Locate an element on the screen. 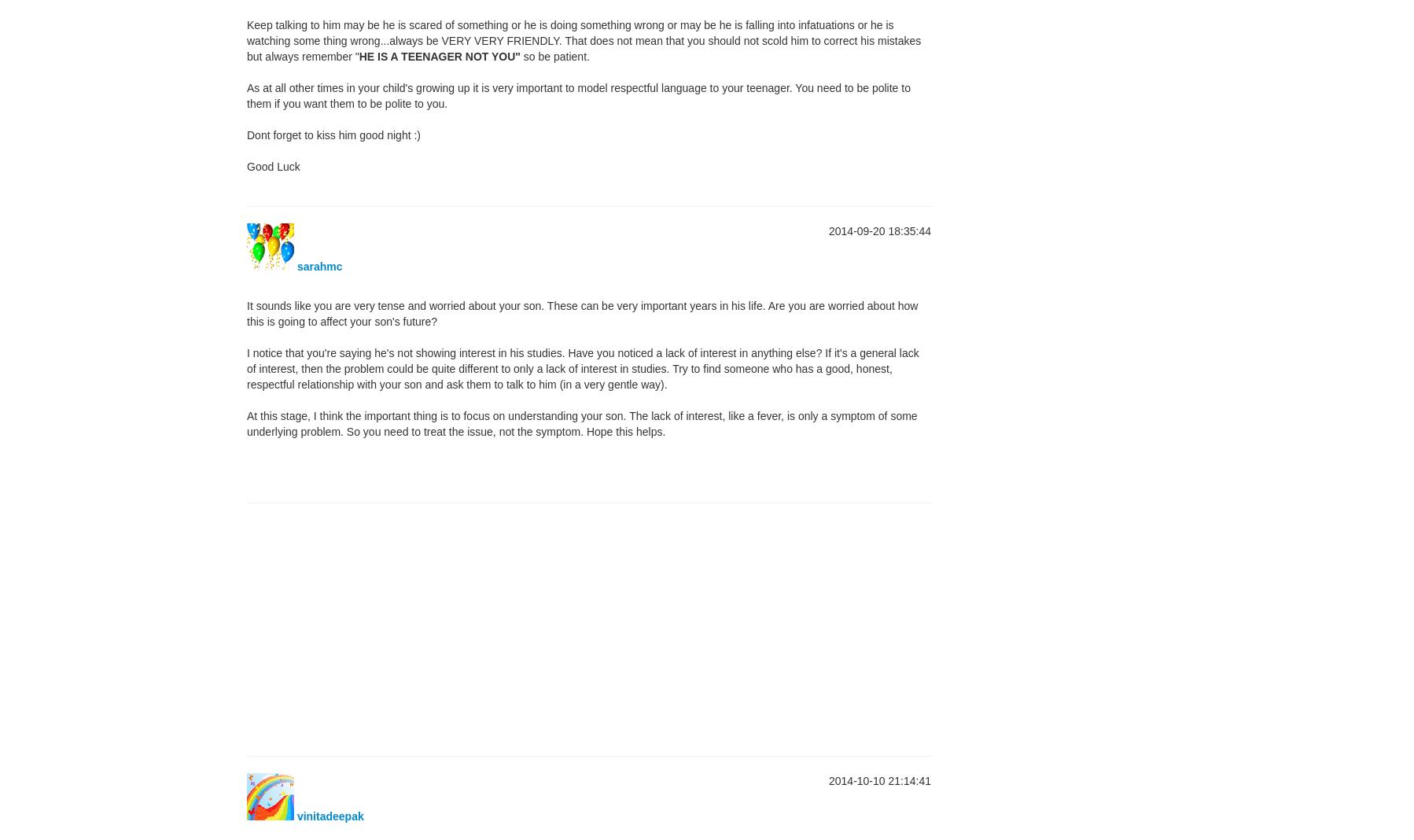  'It sounds like you are very tense and worried about your son. These can be very important years in his life. Are you are worried about how this is going to affect your son's future?' is located at coordinates (581, 312).